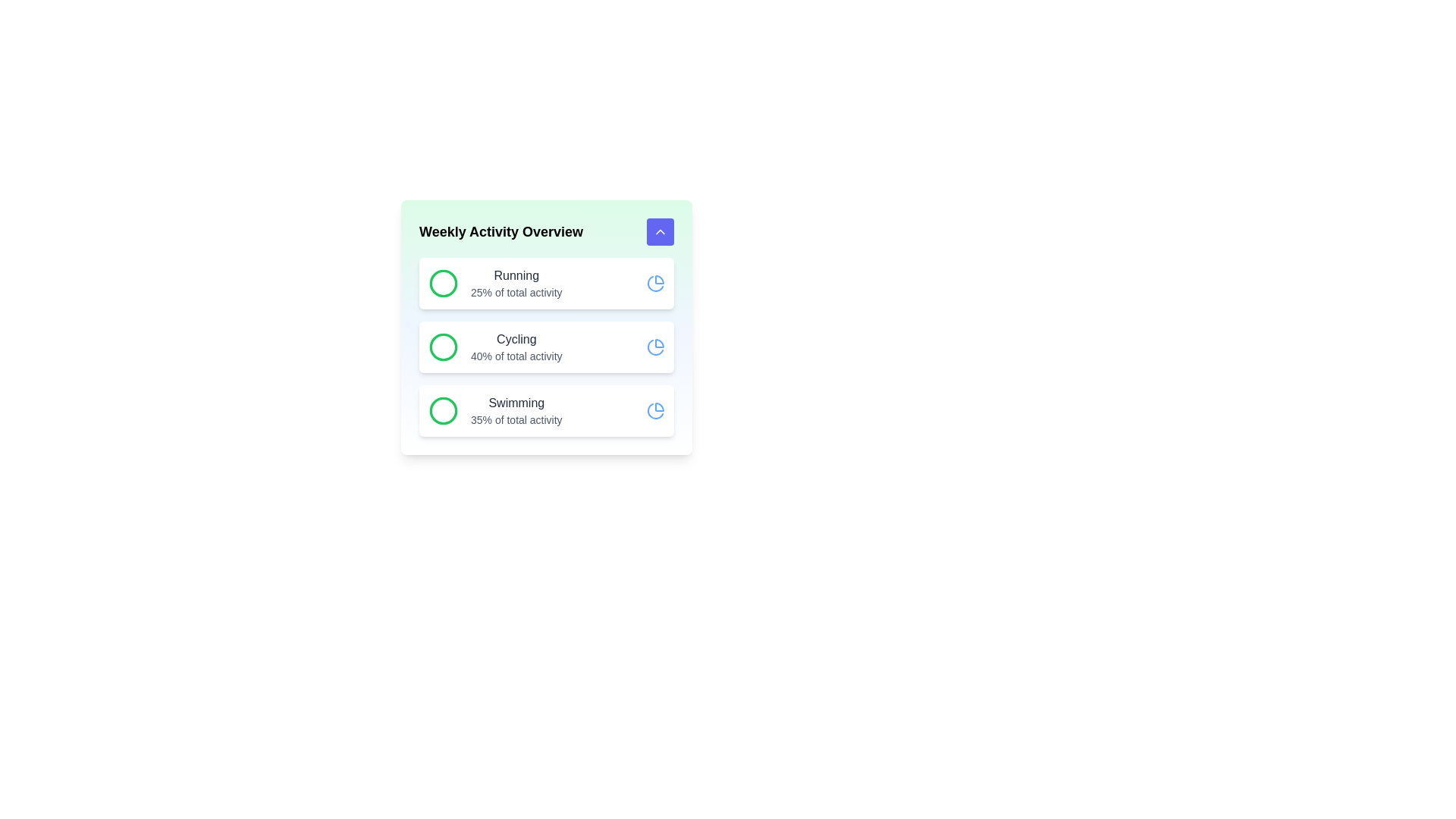 The height and width of the screenshot is (819, 1456). What do you see at coordinates (516, 338) in the screenshot?
I see `the 'Cycling' text label in the Weekly Activity Overview section, which is located in the second row of the list and appears above '40% of total activity'` at bounding box center [516, 338].